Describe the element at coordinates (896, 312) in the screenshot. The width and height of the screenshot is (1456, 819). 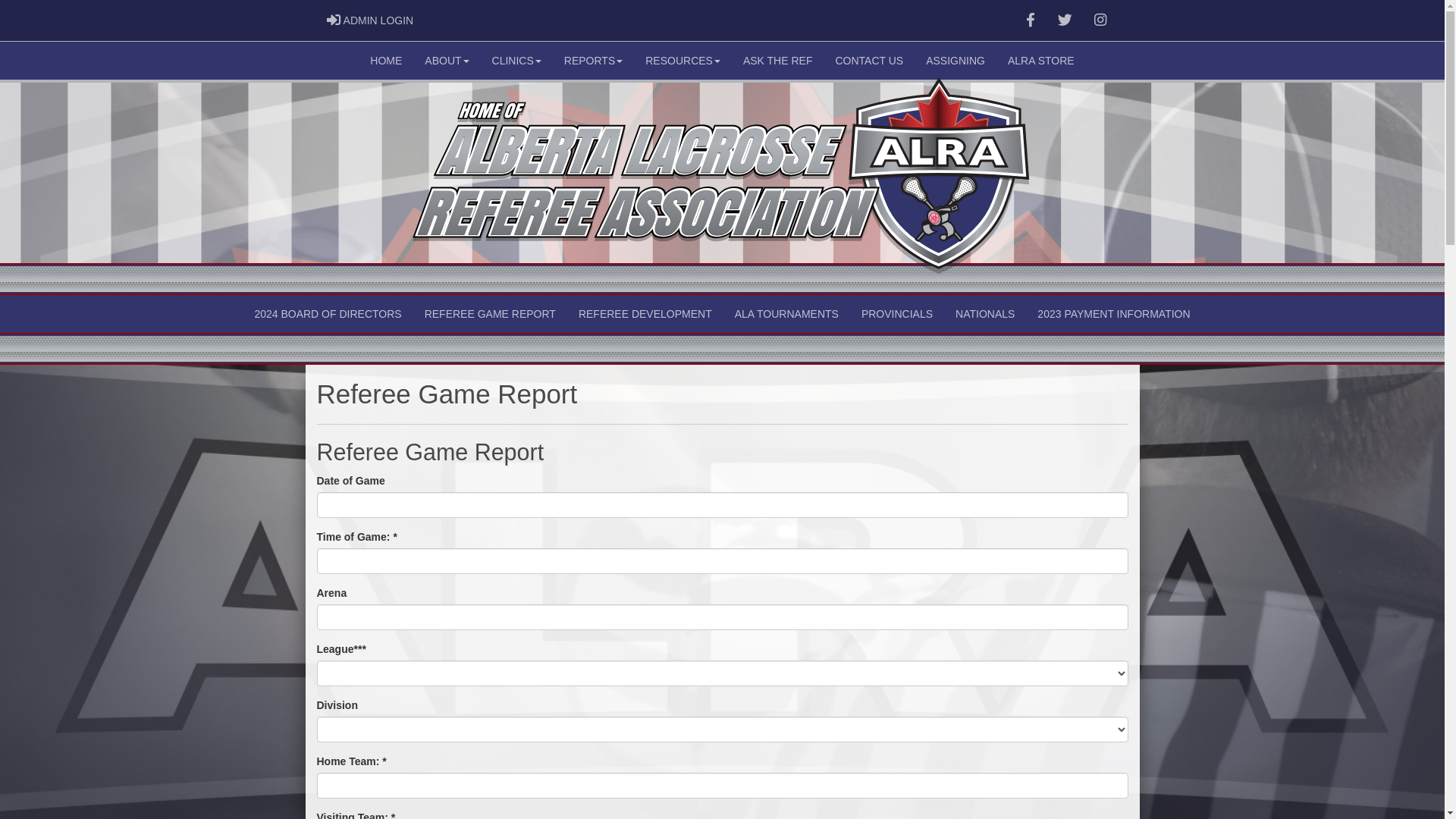
I see `'PROVINCIALS'` at that location.